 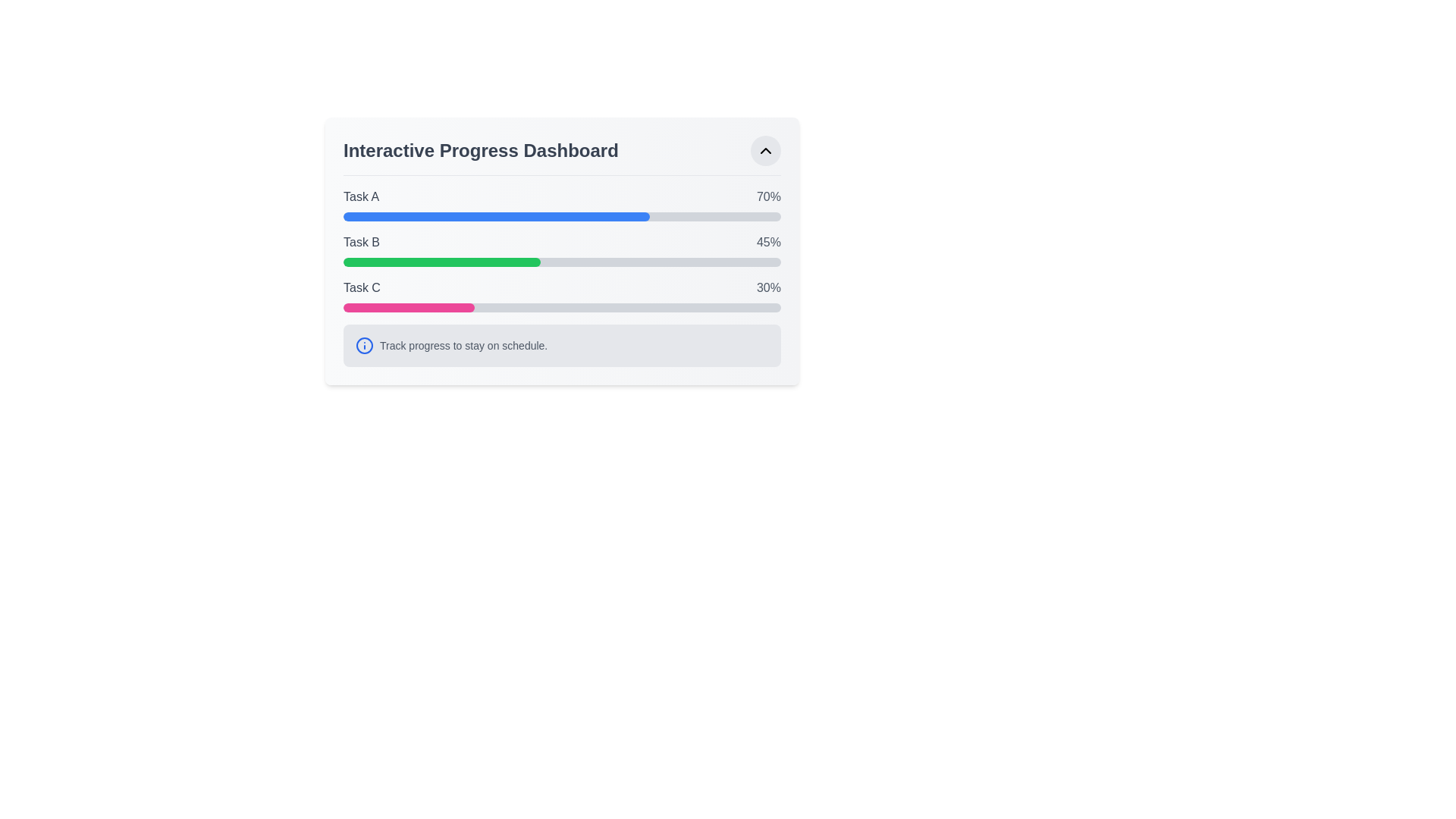 I want to click on the static text label indicating the completion percentage of Task A, which is positioned in the top-right region of the progress bar section, aligned with the label 'Task A' and its blue progress bar, so click(x=768, y=196).